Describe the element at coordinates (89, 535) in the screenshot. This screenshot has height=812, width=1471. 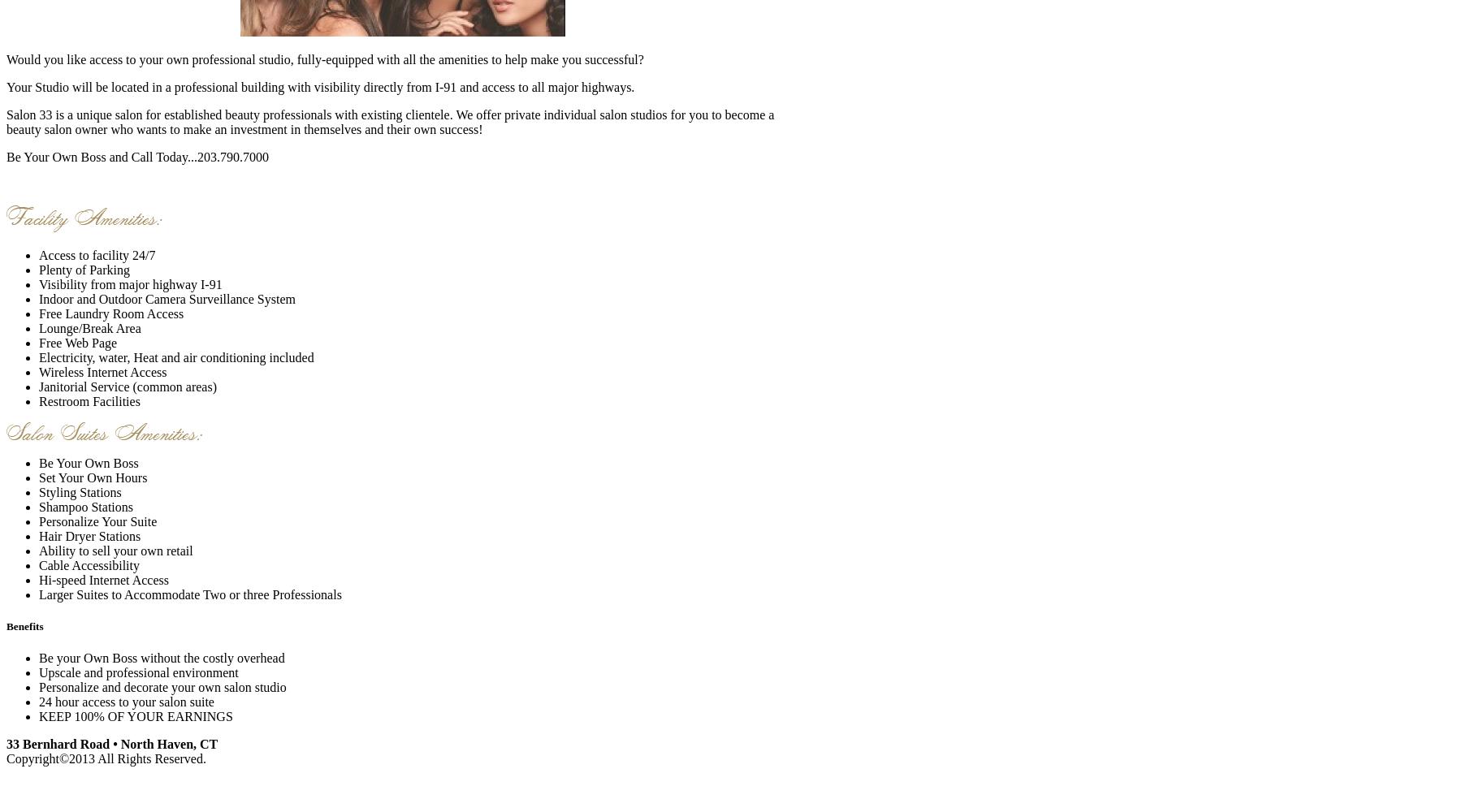
I see `'Hair Dryer Stations'` at that location.